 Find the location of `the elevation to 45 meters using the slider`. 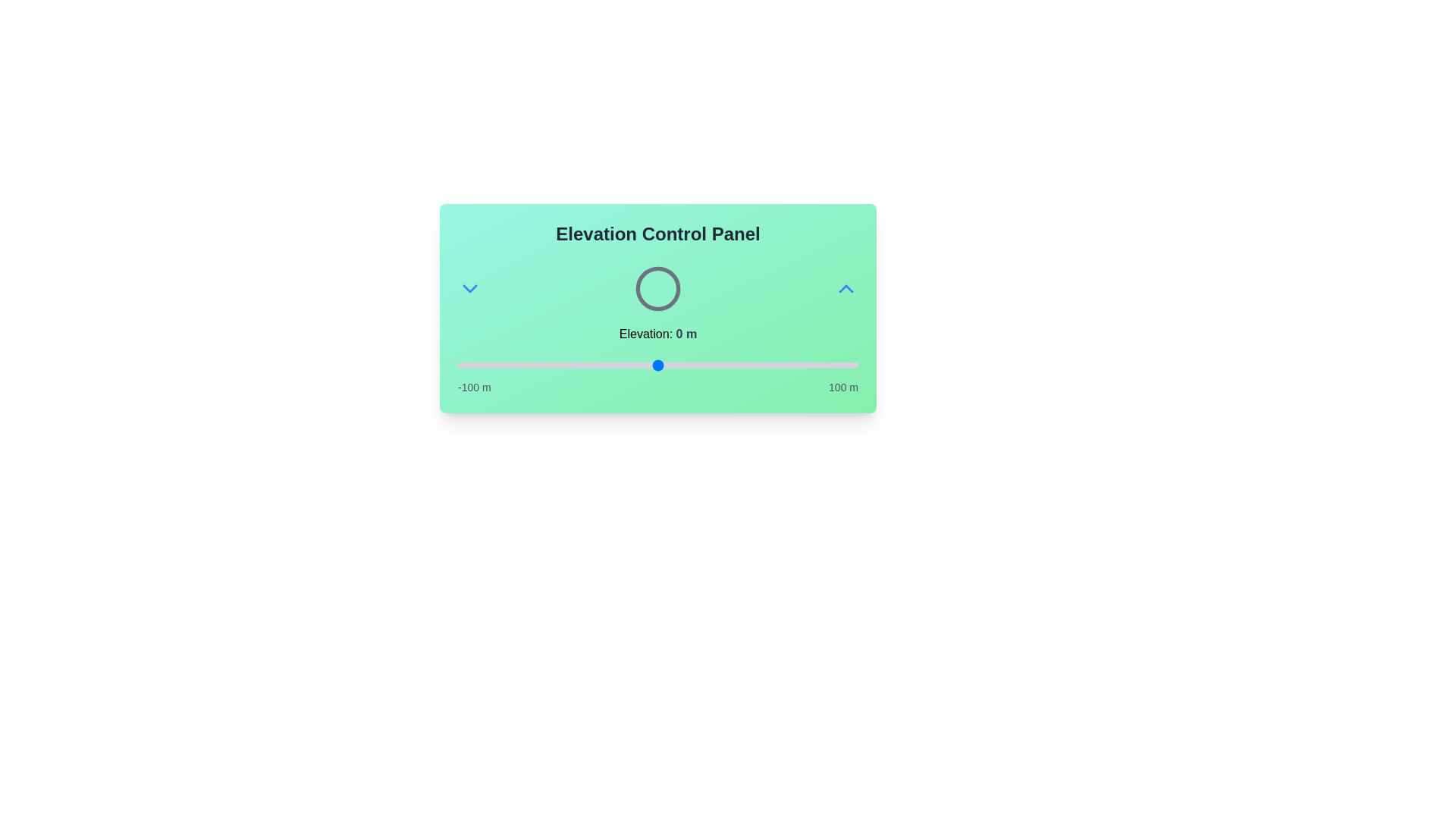

the elevation to 45 meters using the slider is located at coordinates (748, 366).